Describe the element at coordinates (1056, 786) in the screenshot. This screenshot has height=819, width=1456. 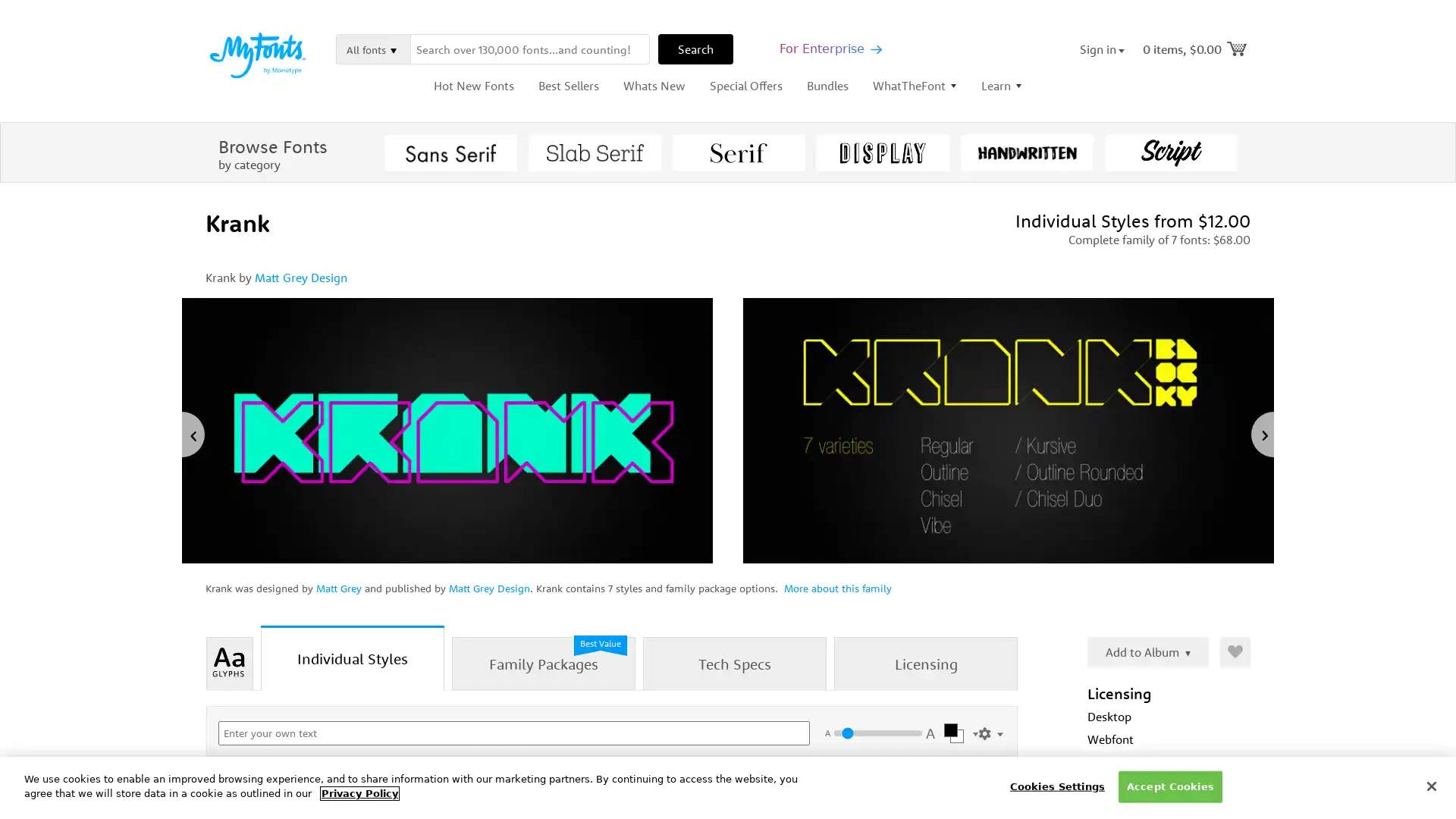
I see `Cookies Settings` at that location.